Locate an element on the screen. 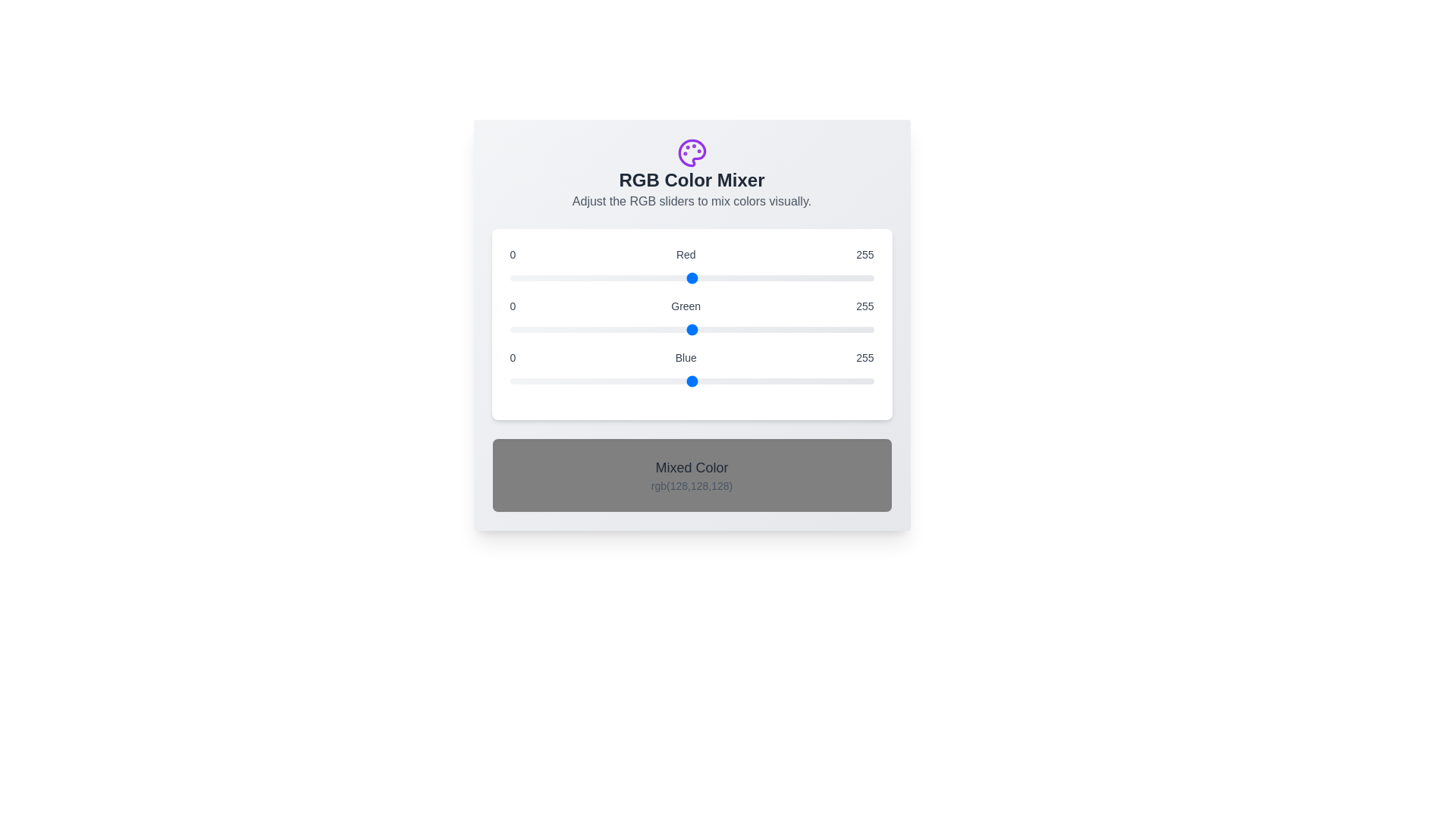 The width and height of the screenshot is (1456, 819). the 1 slider to the value 169 to observe the resulting mixed color is located at coordinates (691, 329).